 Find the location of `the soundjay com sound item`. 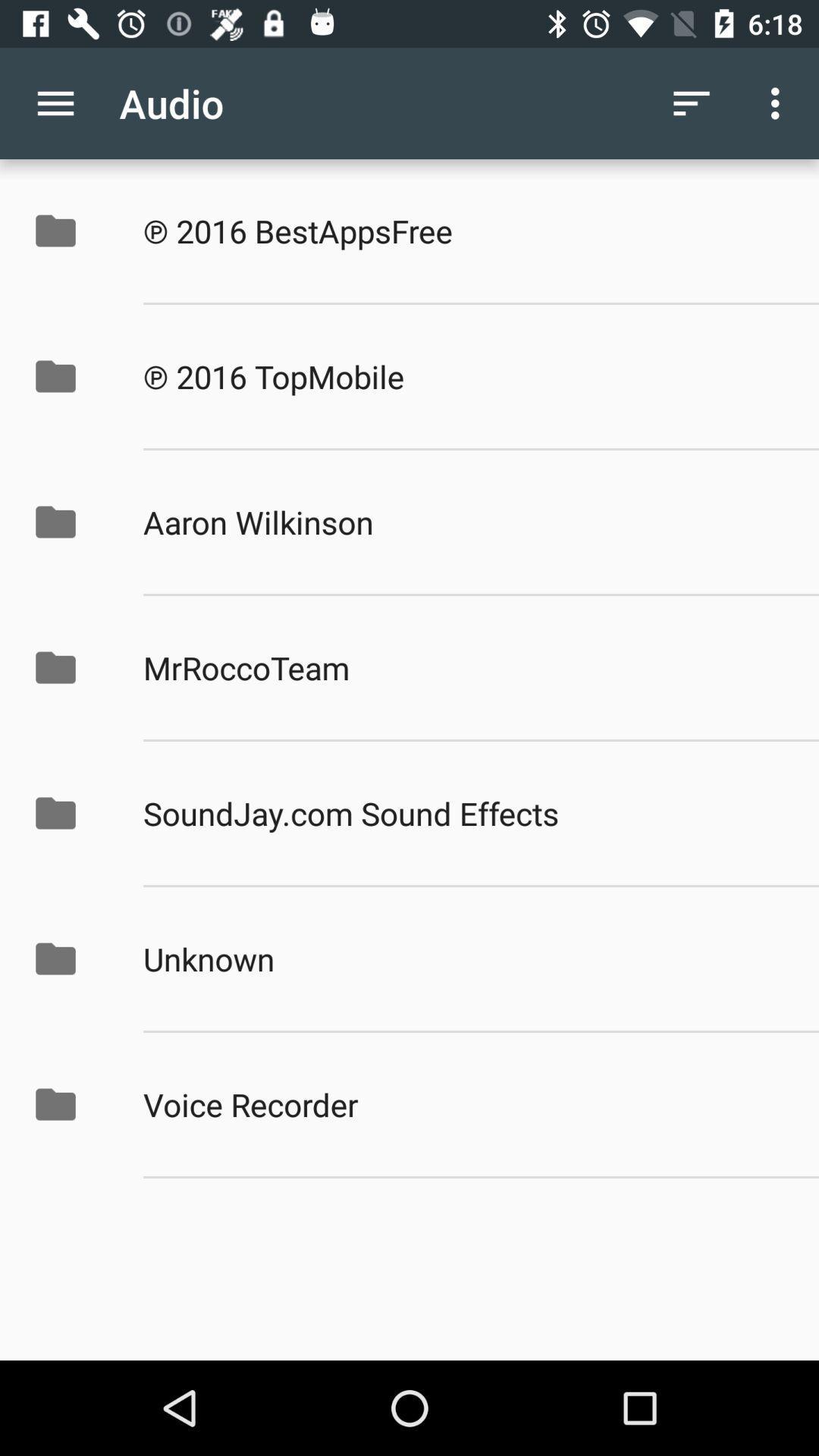

the soundjay com sound item is located at coordinates (464, 812).